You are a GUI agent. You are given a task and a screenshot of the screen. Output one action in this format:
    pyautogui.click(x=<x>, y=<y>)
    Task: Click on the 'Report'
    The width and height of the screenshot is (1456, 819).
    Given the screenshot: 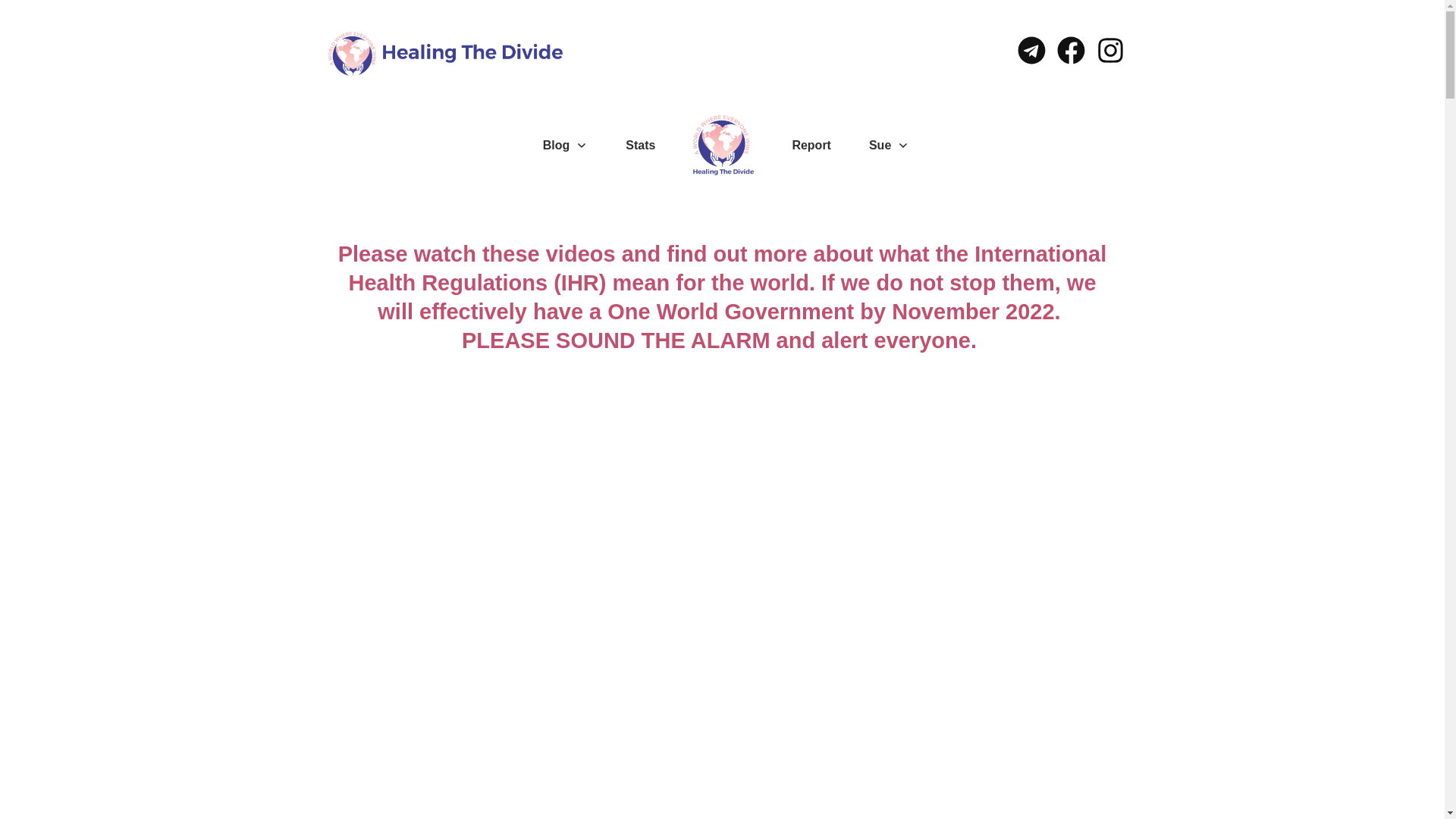 What is the action you would take?
    pyautogui.click(x=811, y=146)
    